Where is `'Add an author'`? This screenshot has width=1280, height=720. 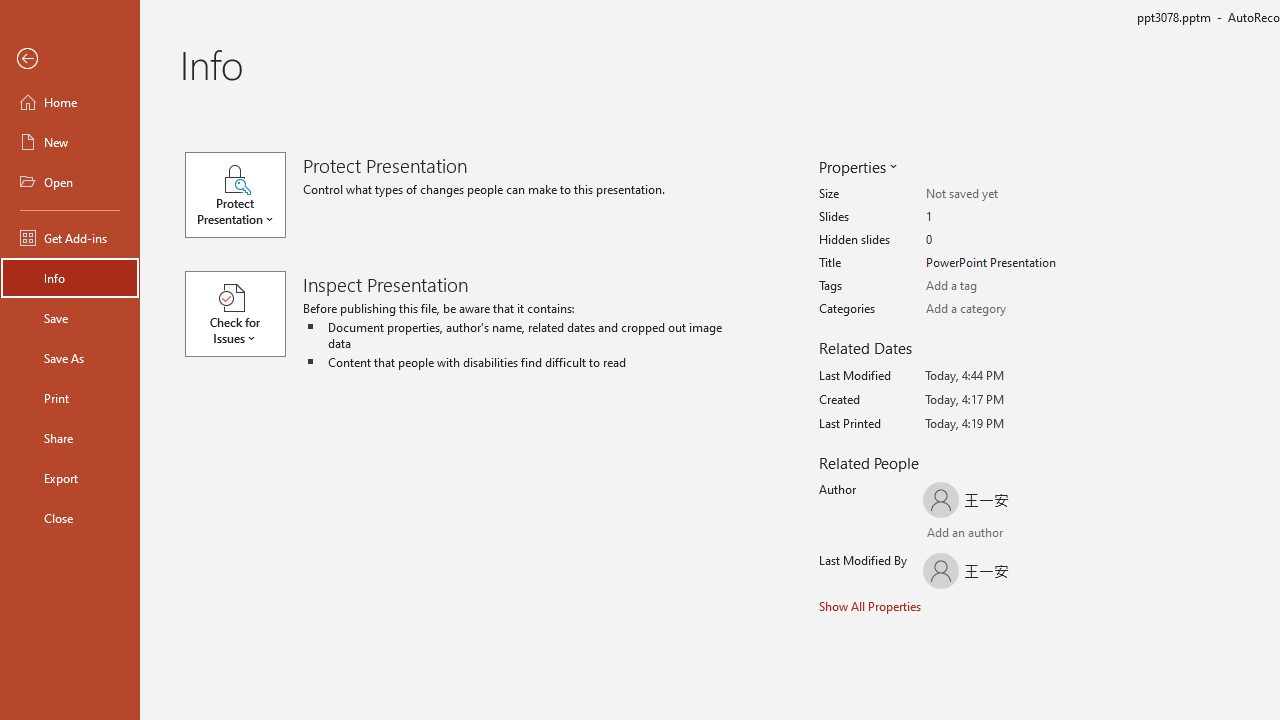
'Add an author' is located at coordinates (946, 533).